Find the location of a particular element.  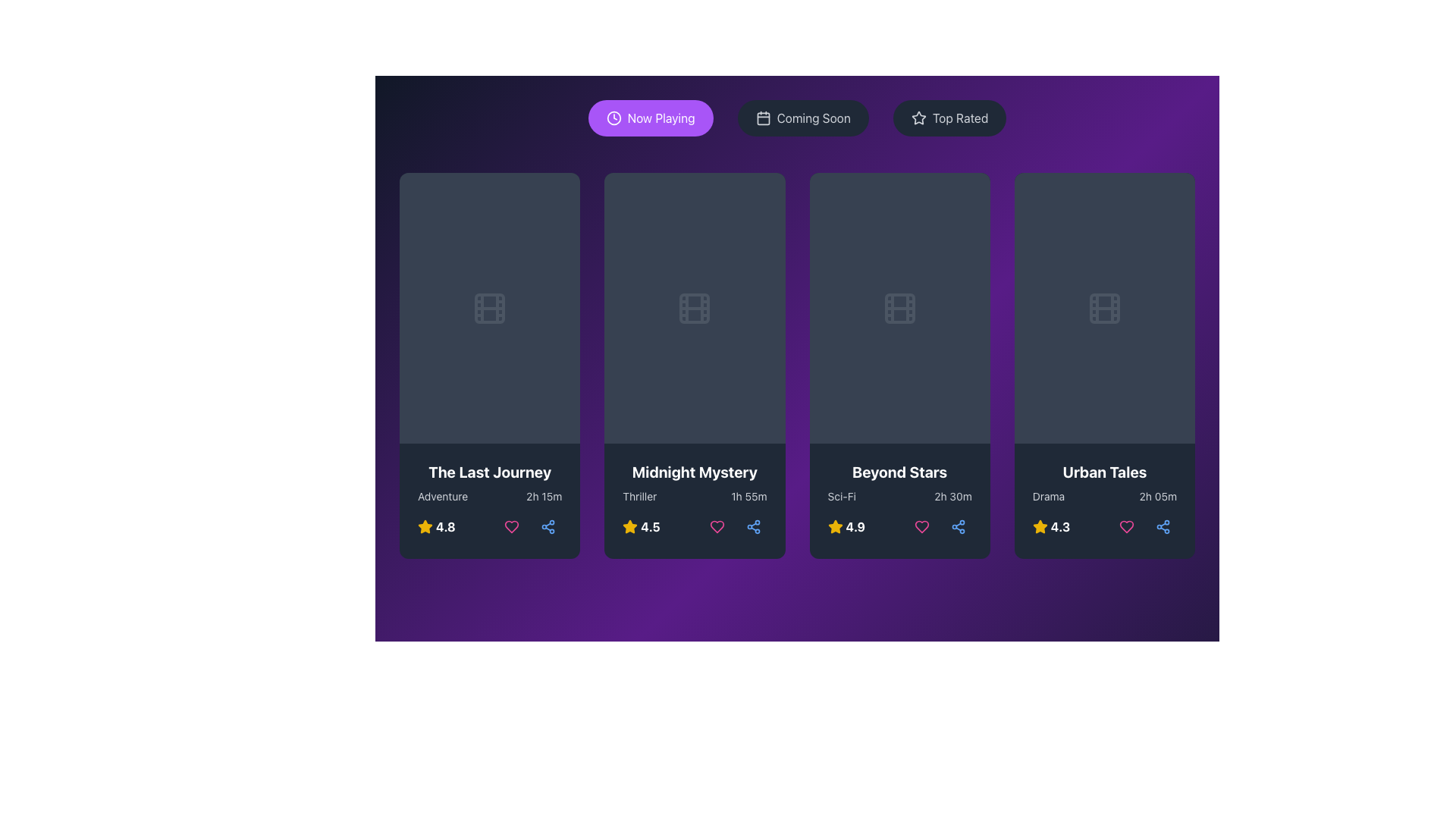

the Rating indicator located in the bottom left section of the first card, beneath the title 'The Last Journey', which displays a star icon and a numeric value is located at coordinates (435, 526).